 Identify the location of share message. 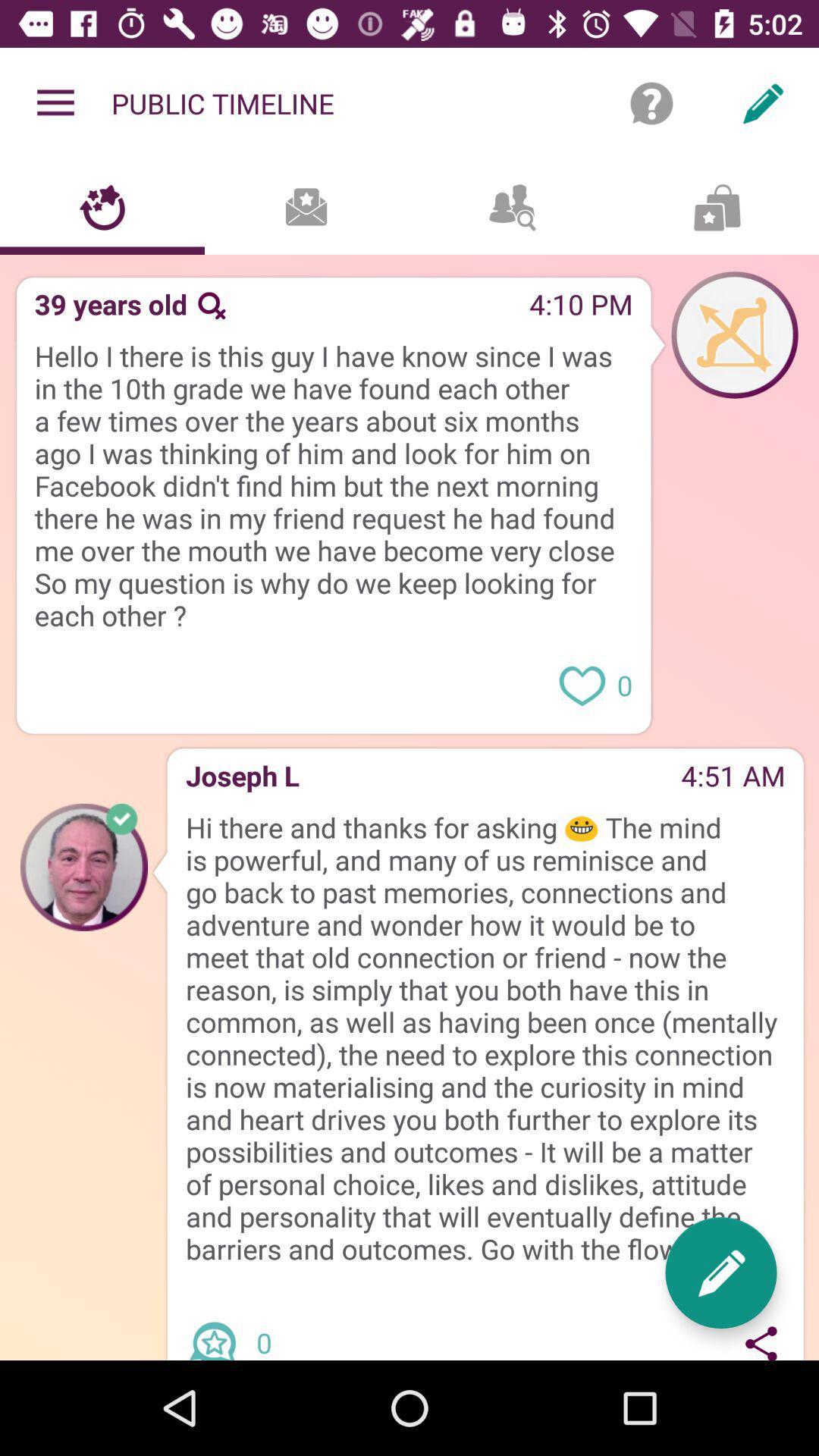
(761, 1340).